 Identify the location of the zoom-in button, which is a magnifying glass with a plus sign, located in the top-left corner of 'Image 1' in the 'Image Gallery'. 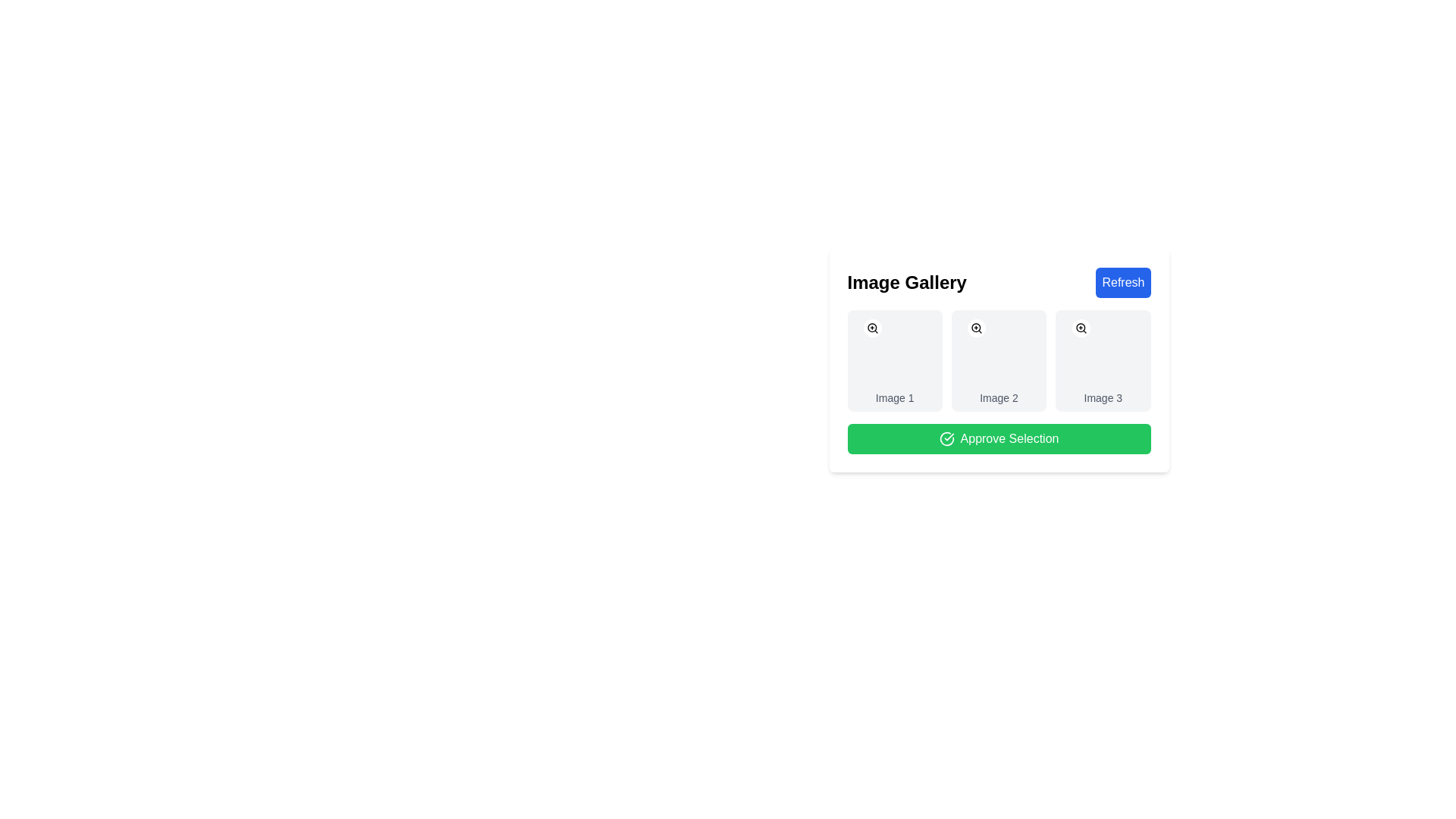
(873, 327).